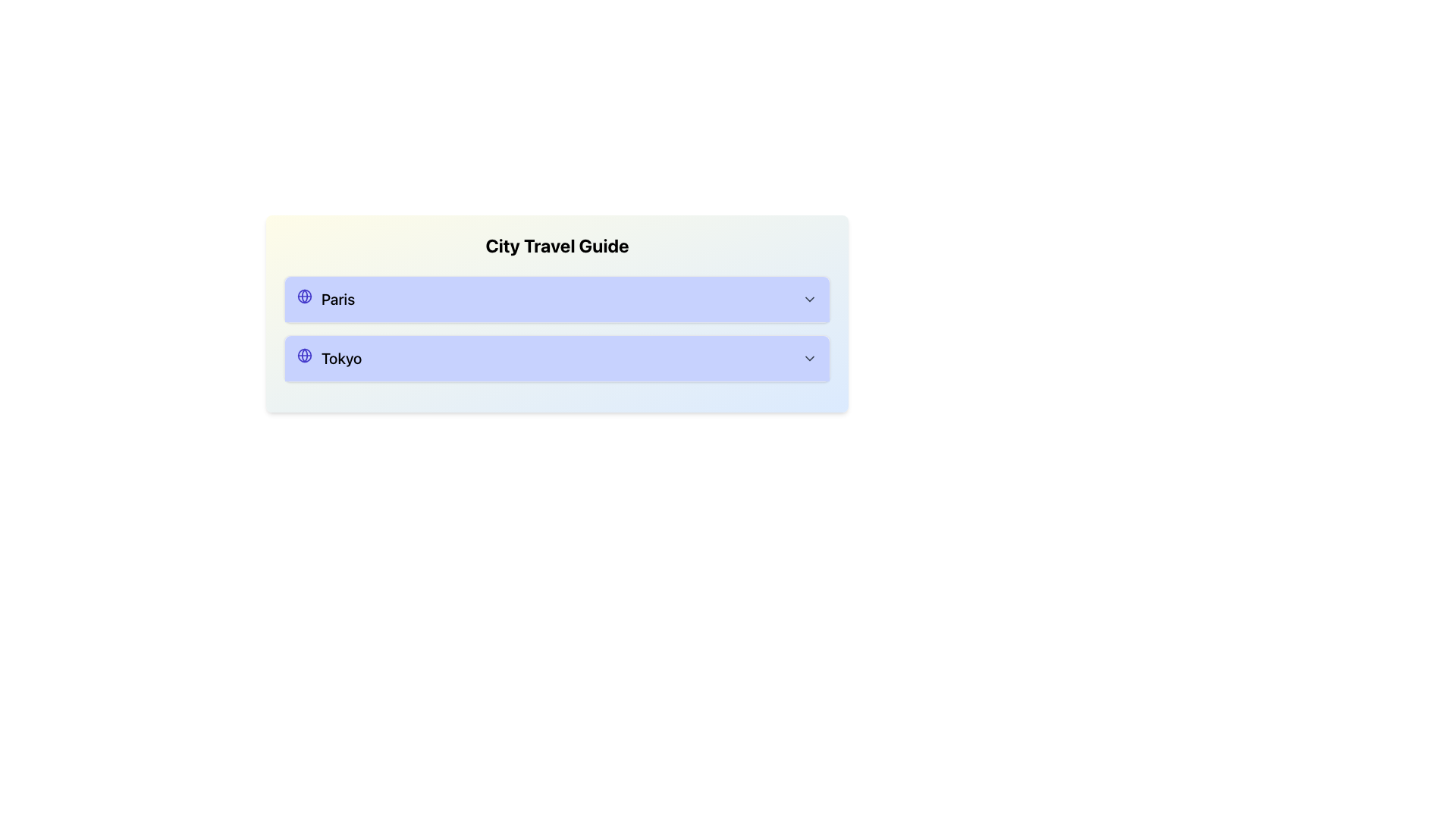 This screenshot has height=819, width=1456. What do you see at coordinates (556, 299) in the screenshot?
I see `the selectable option for the city 'Paris' to trigger hover effects` at bounding box center [556, 299].